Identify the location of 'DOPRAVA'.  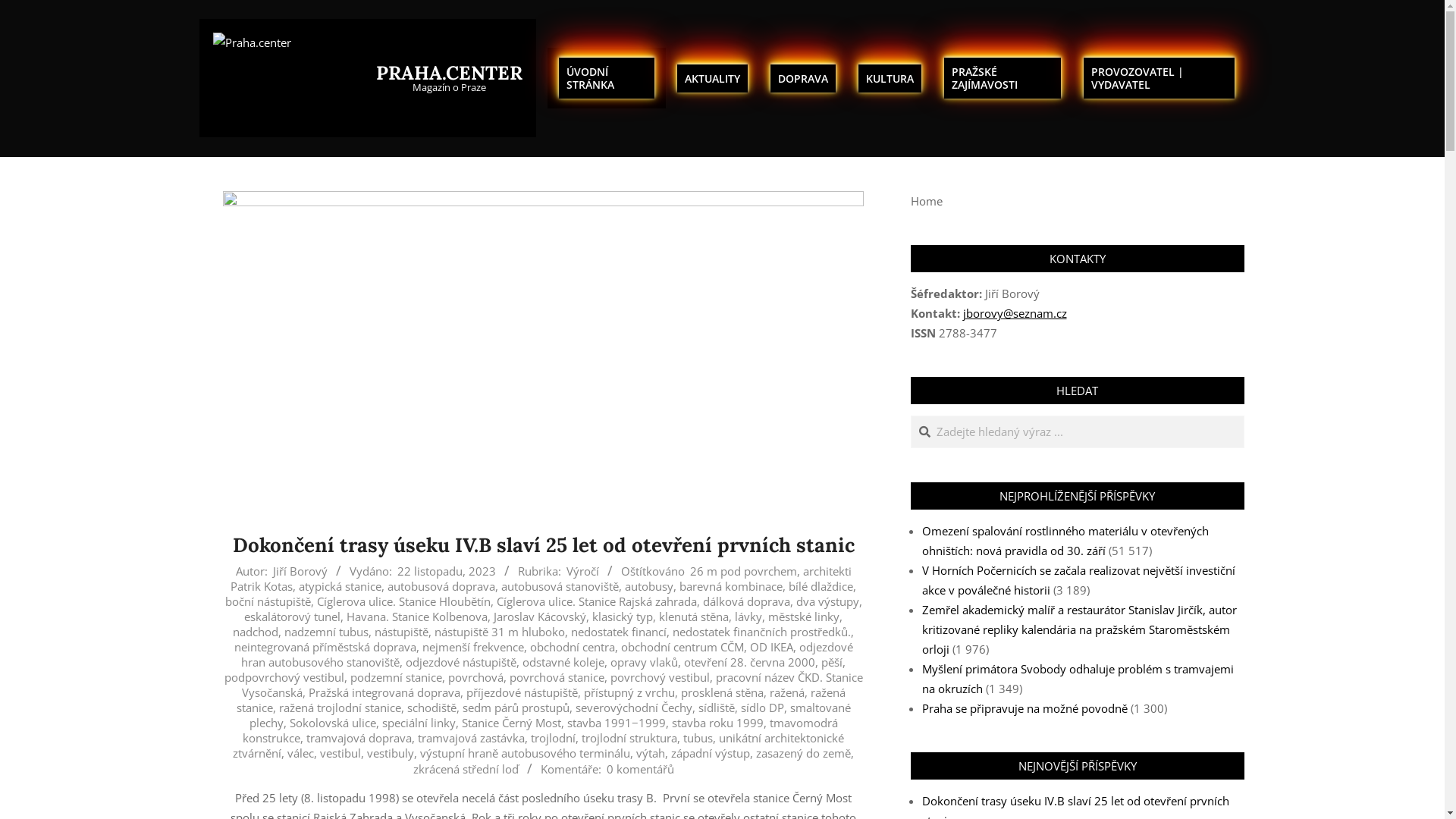
(802, 78).